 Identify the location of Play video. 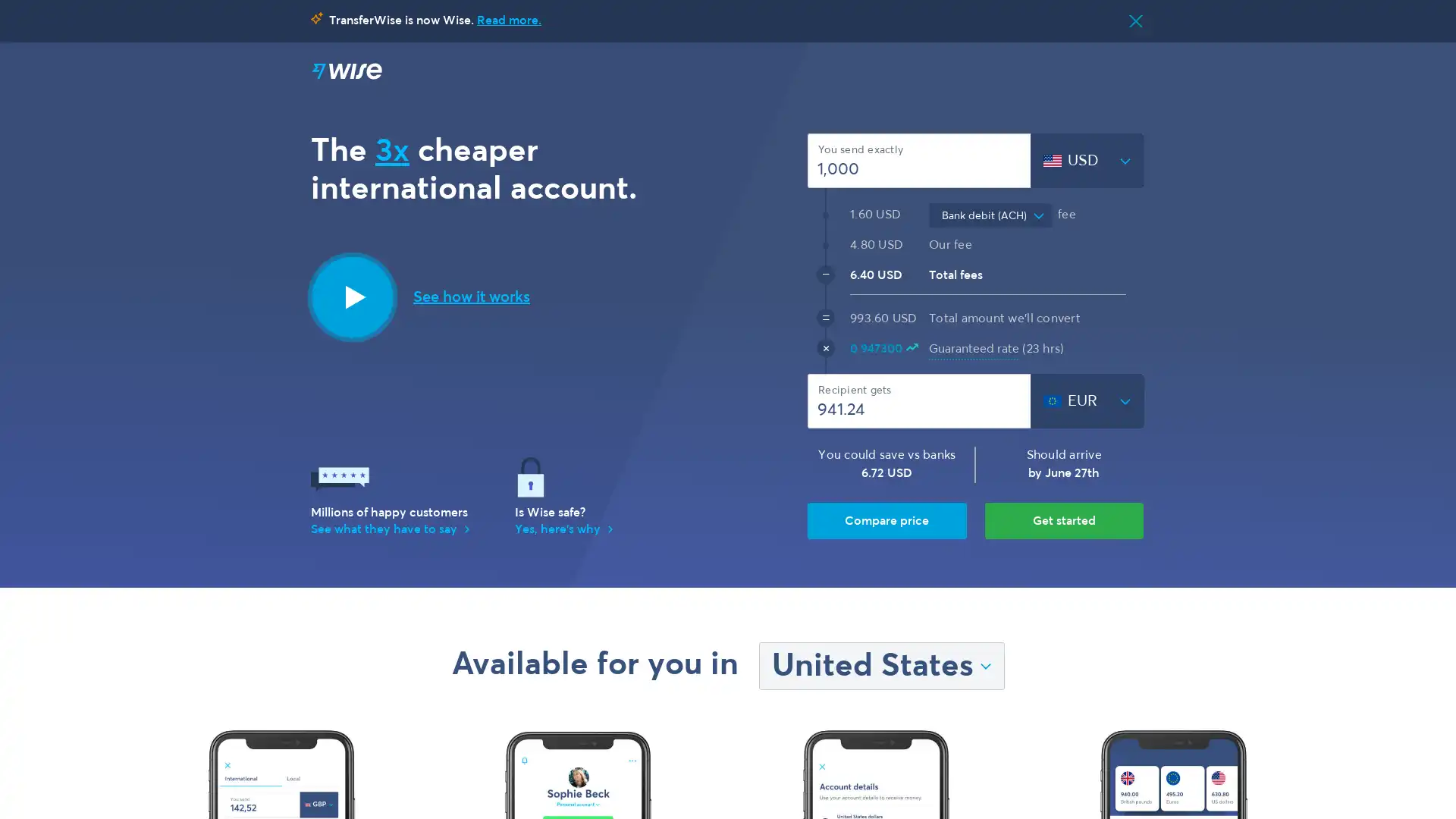
(471, 296).